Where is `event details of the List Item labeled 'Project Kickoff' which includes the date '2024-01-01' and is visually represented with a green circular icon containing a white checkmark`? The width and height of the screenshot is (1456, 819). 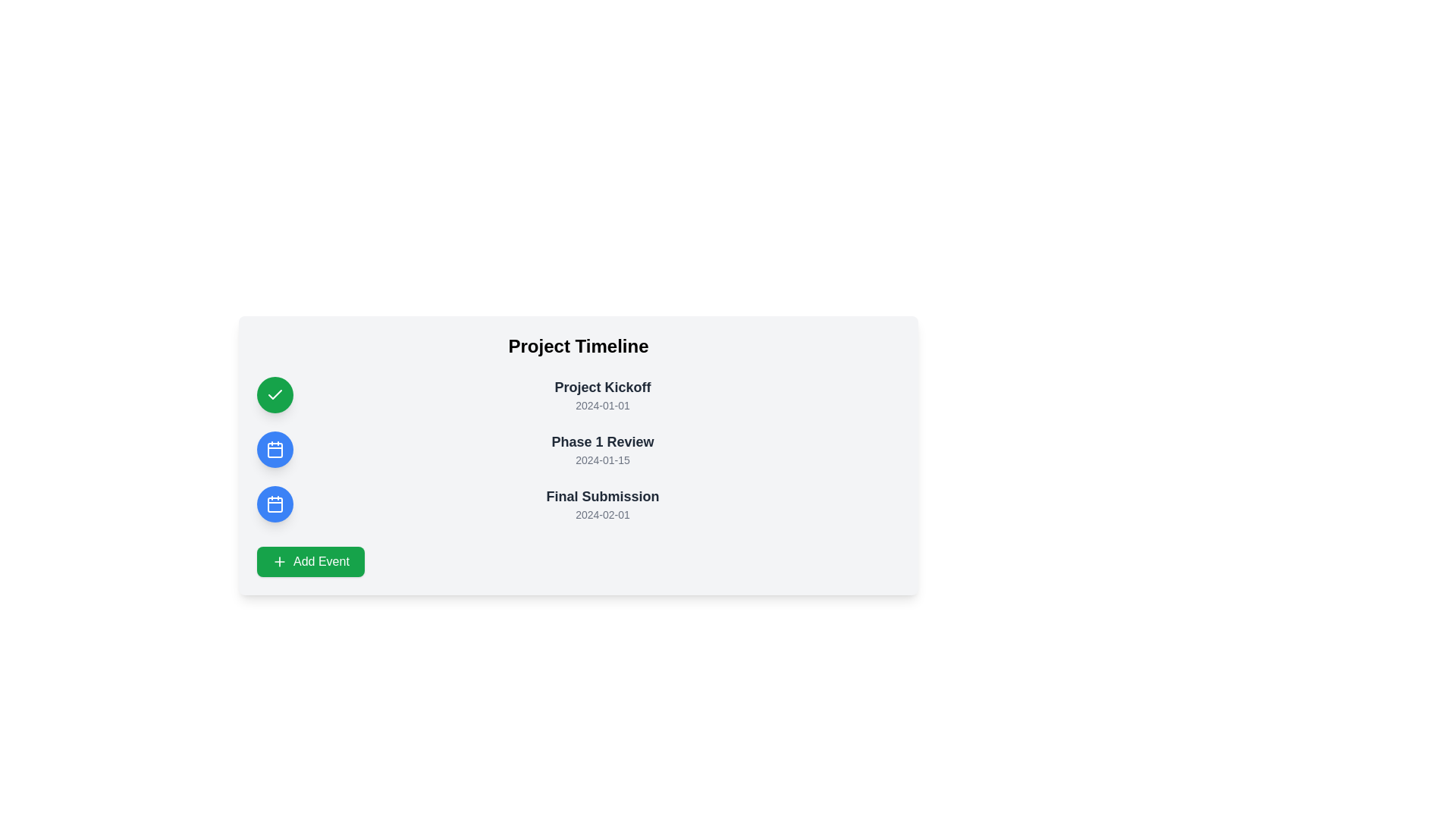 event details of the List Item labeled 'Project Kickoff' which includes the date '2024-01-01' and is visually represented with a green circular icon containing a white checkmark is located at coordinates (578, 394).